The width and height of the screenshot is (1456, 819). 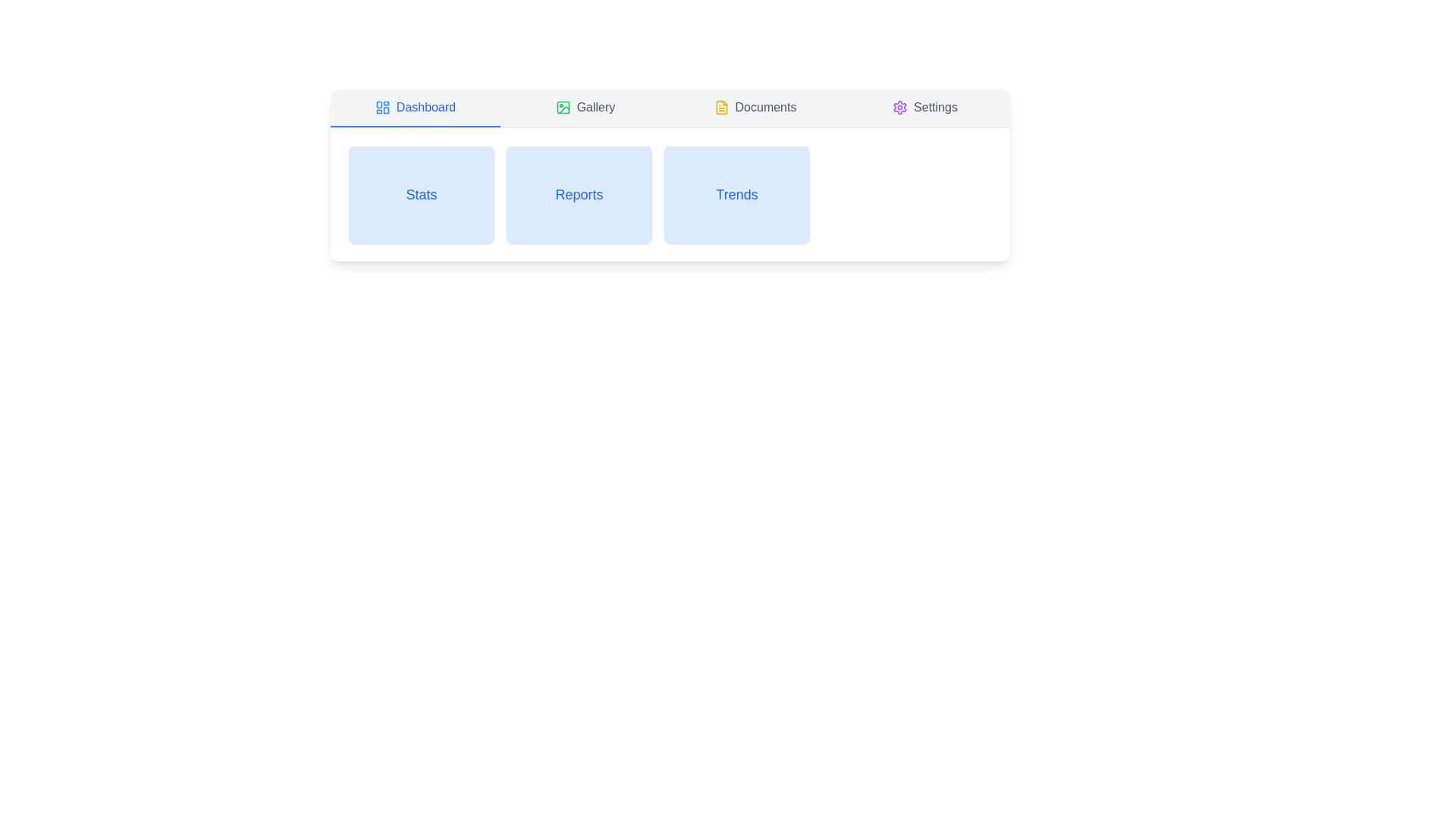 I want to click on the 'Documents' text label, so click(x=765, y=107).